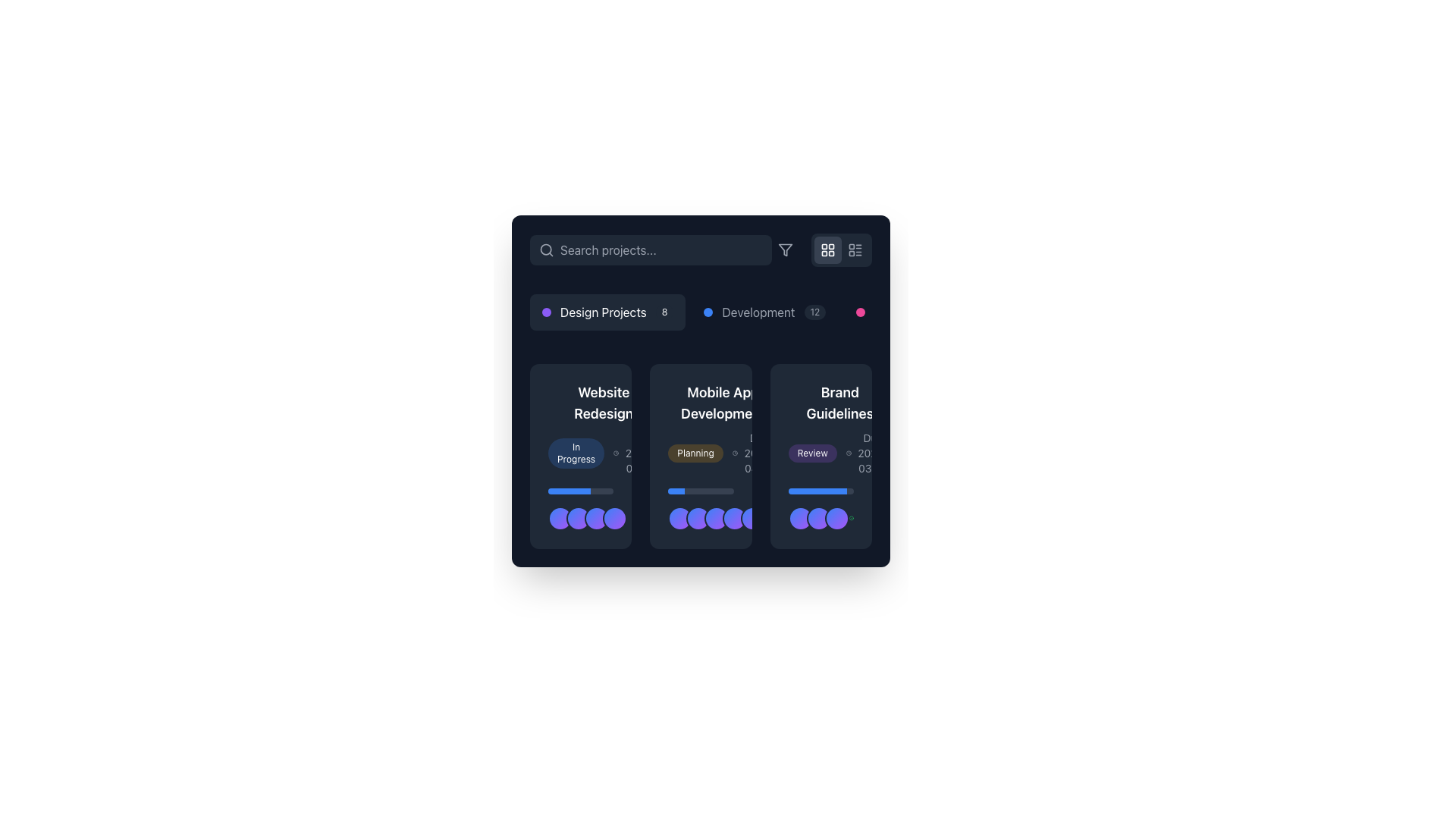 The image size is (1456, 819). What do you see at coordinates (820, 517) in the screenshot?
I see `across the icons in the Icon set with status indicator located at the bottom of the 'Brand Guidelines' card` at bounding box center [820, 517].